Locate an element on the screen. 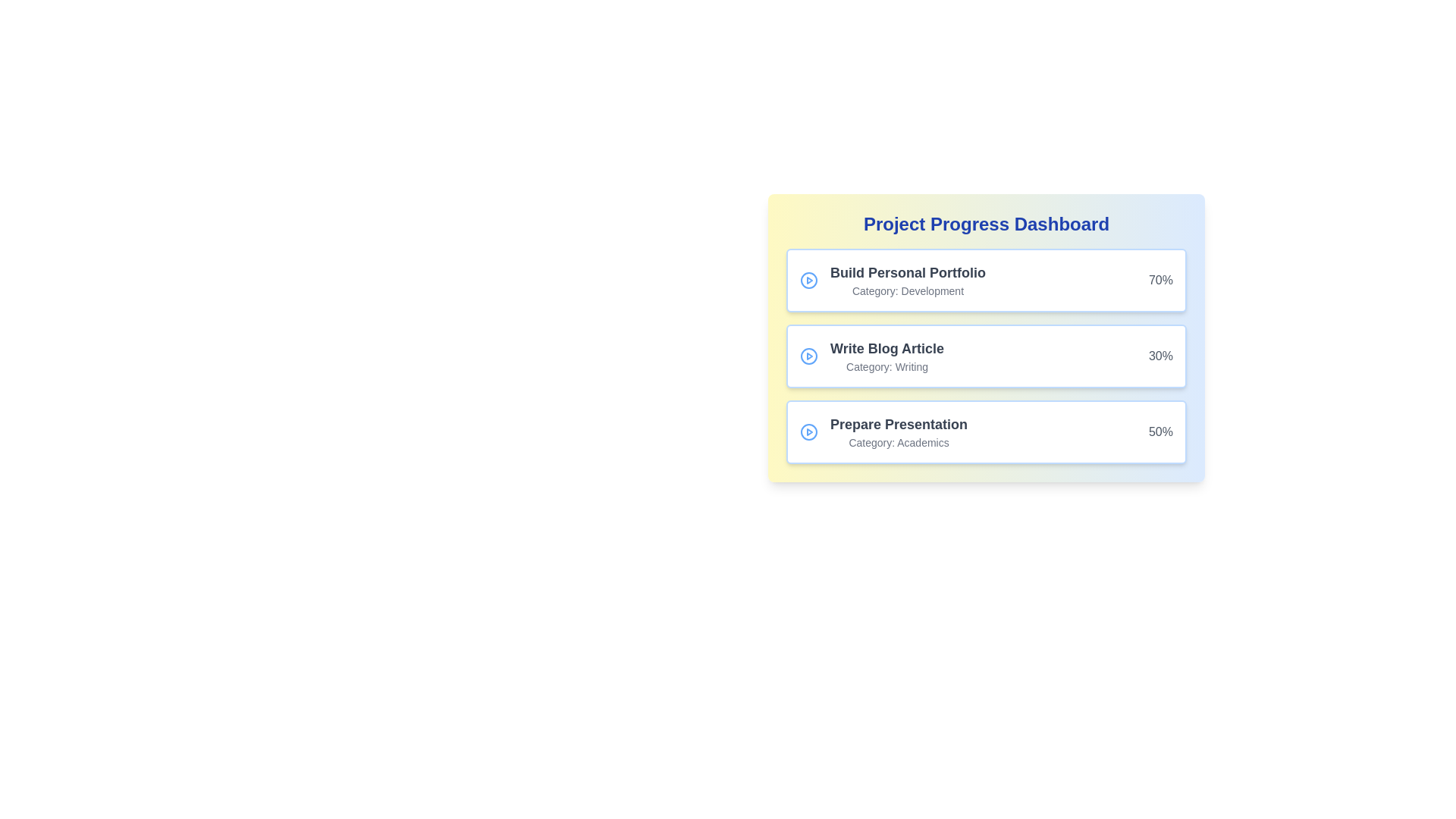  the circular blue icon with a triangular play symbol is located at coordinates (808, 432).